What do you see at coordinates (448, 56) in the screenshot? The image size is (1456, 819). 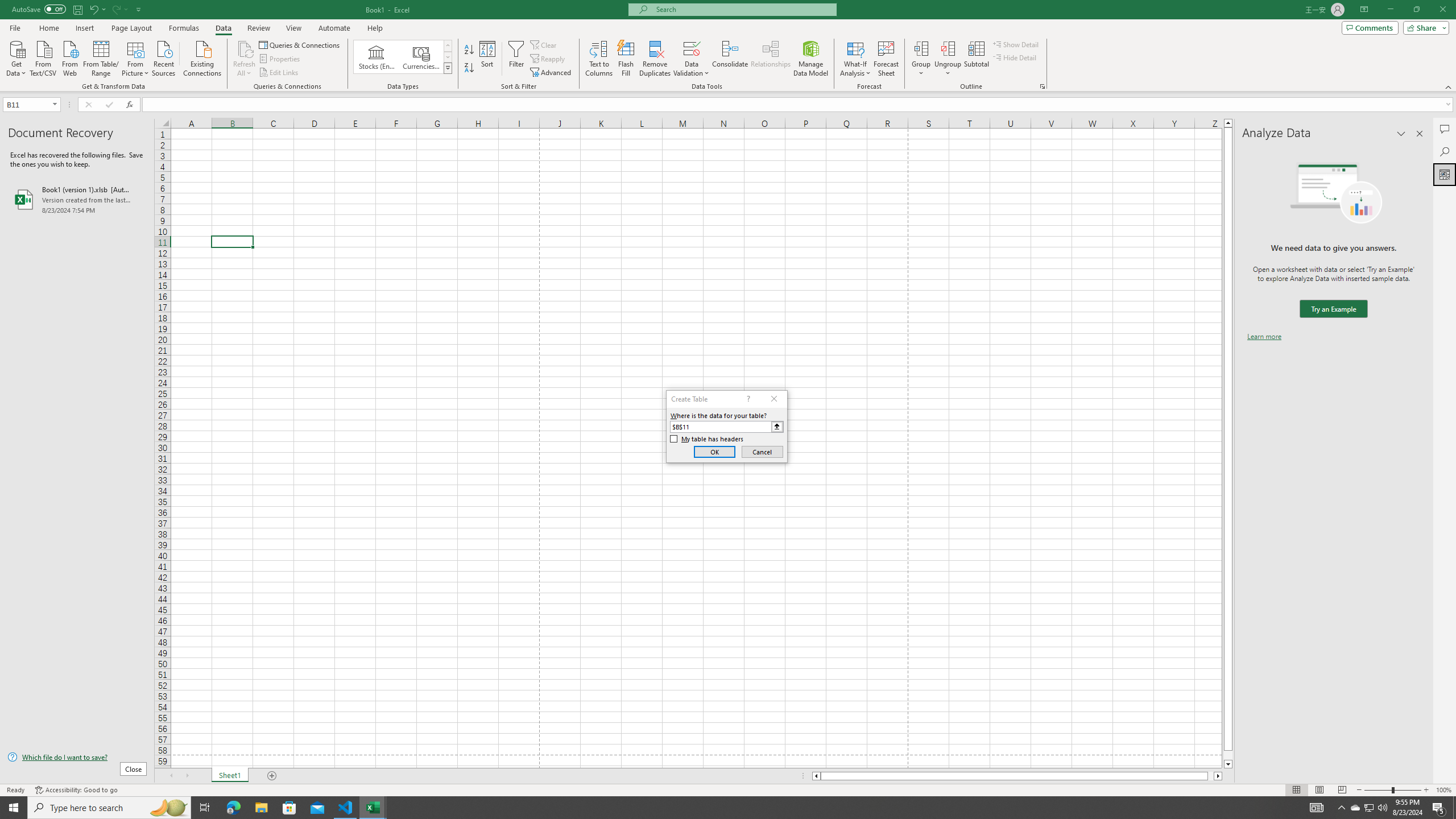 I see `'Row Down'` at bounding box center [448, 56].